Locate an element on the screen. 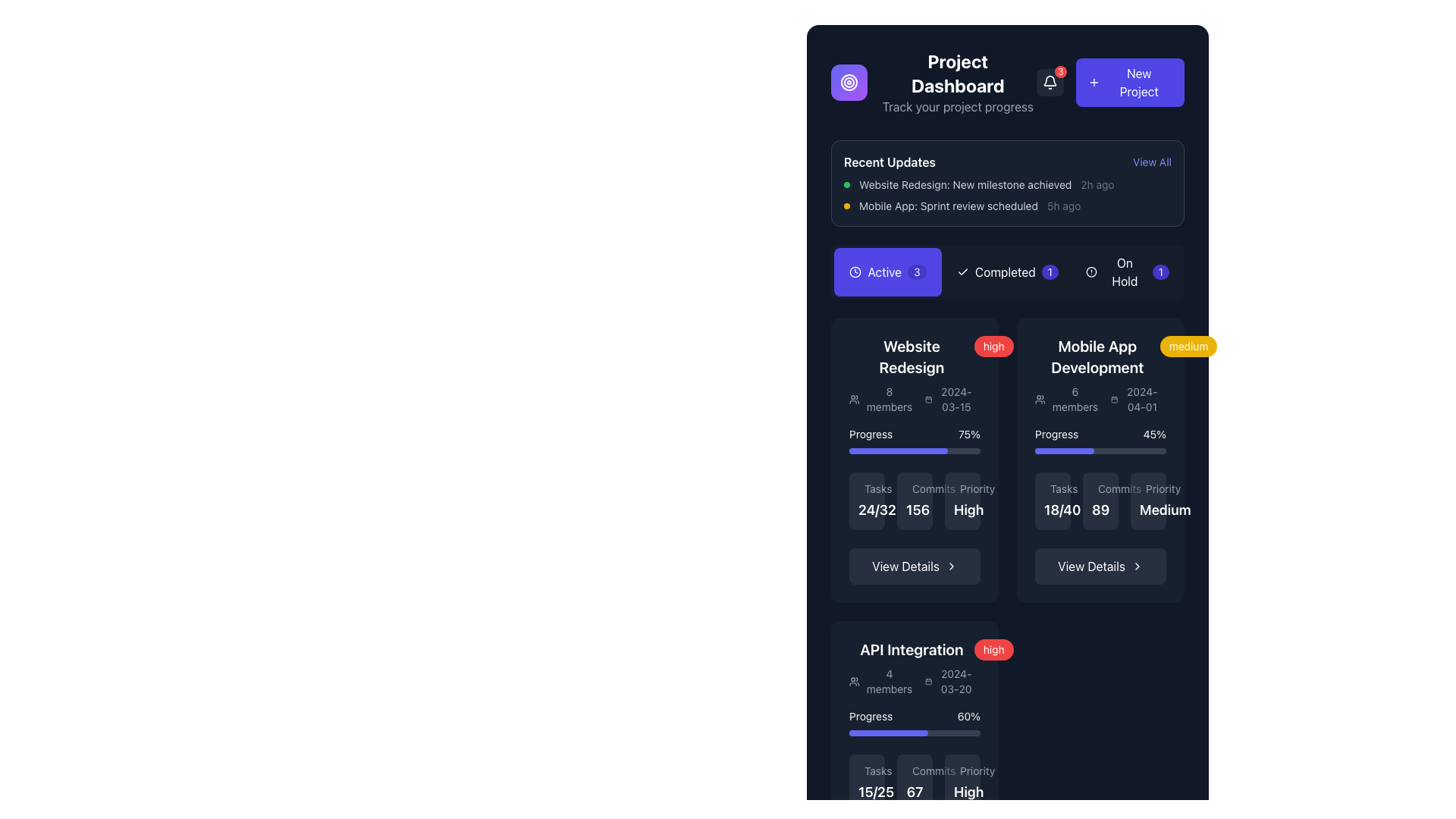 The image size is (1456, 819). the 'View Details' button located at the bottom center of the 'Mobile App Development' card to change its color to indigo is located at coordinates (1100, 566).